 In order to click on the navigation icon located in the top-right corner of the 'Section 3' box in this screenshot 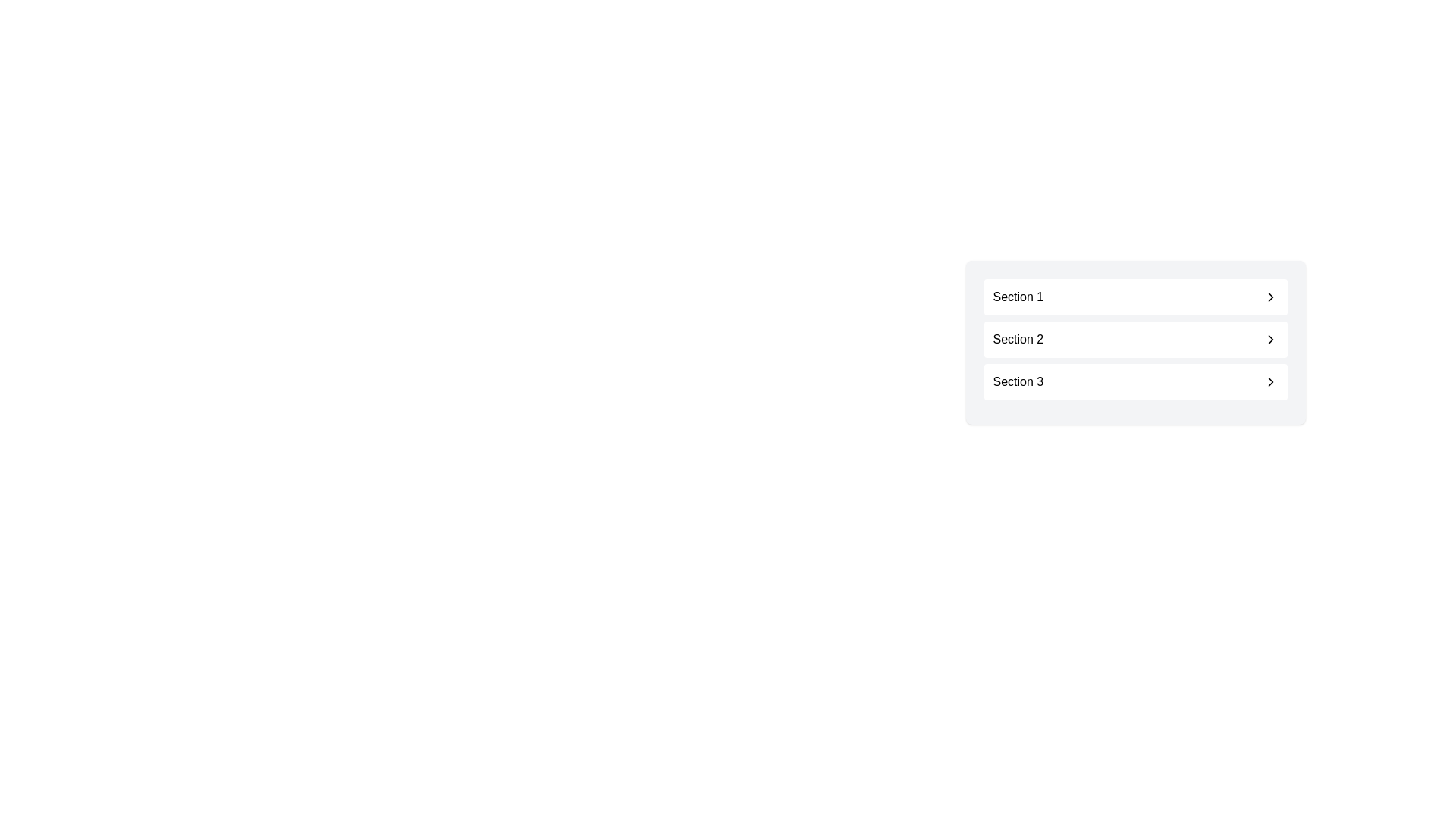, I will do `click(1270, 381)`.